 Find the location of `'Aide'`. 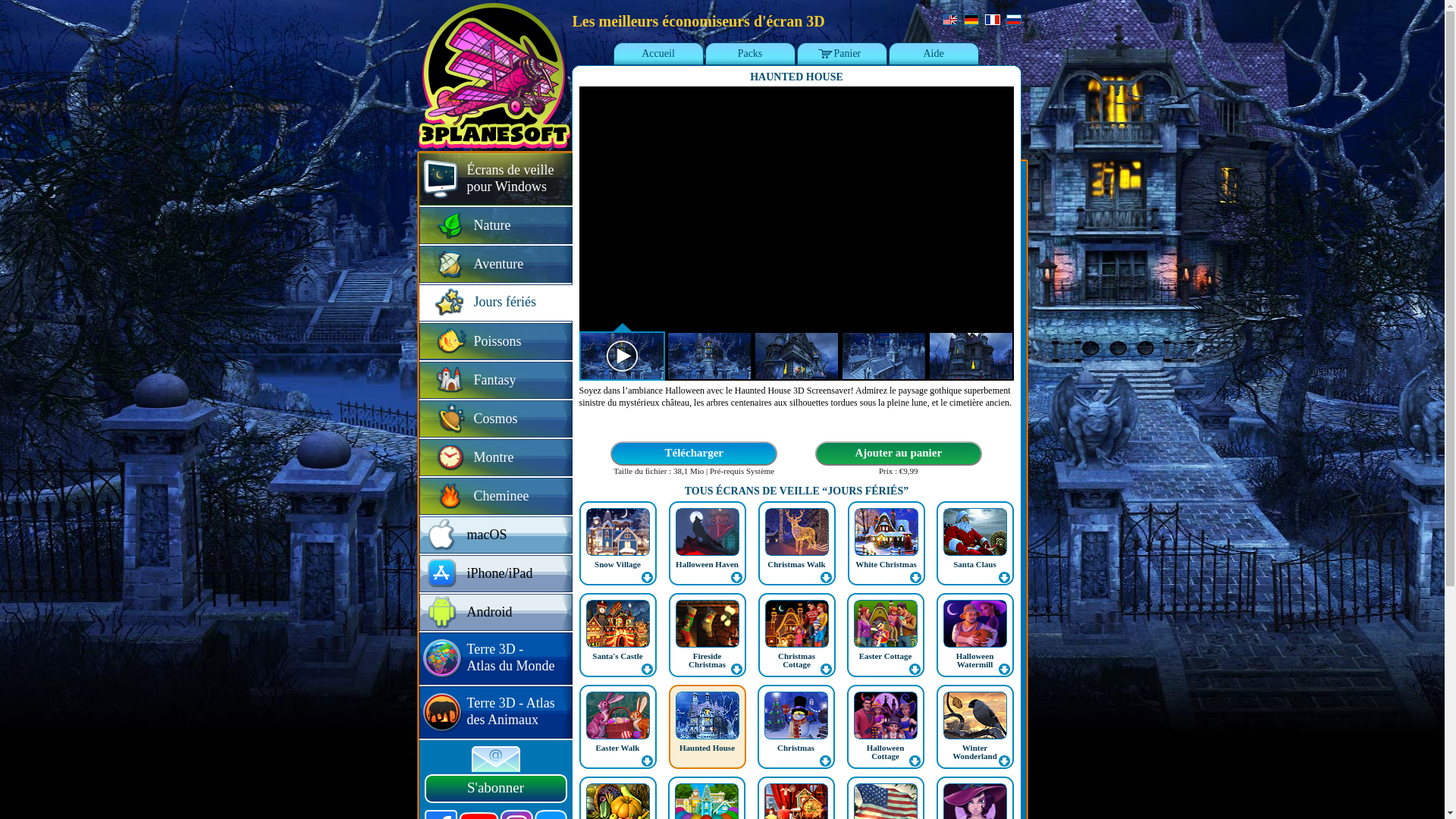

'Aide' is located at coordinates (932, 54).